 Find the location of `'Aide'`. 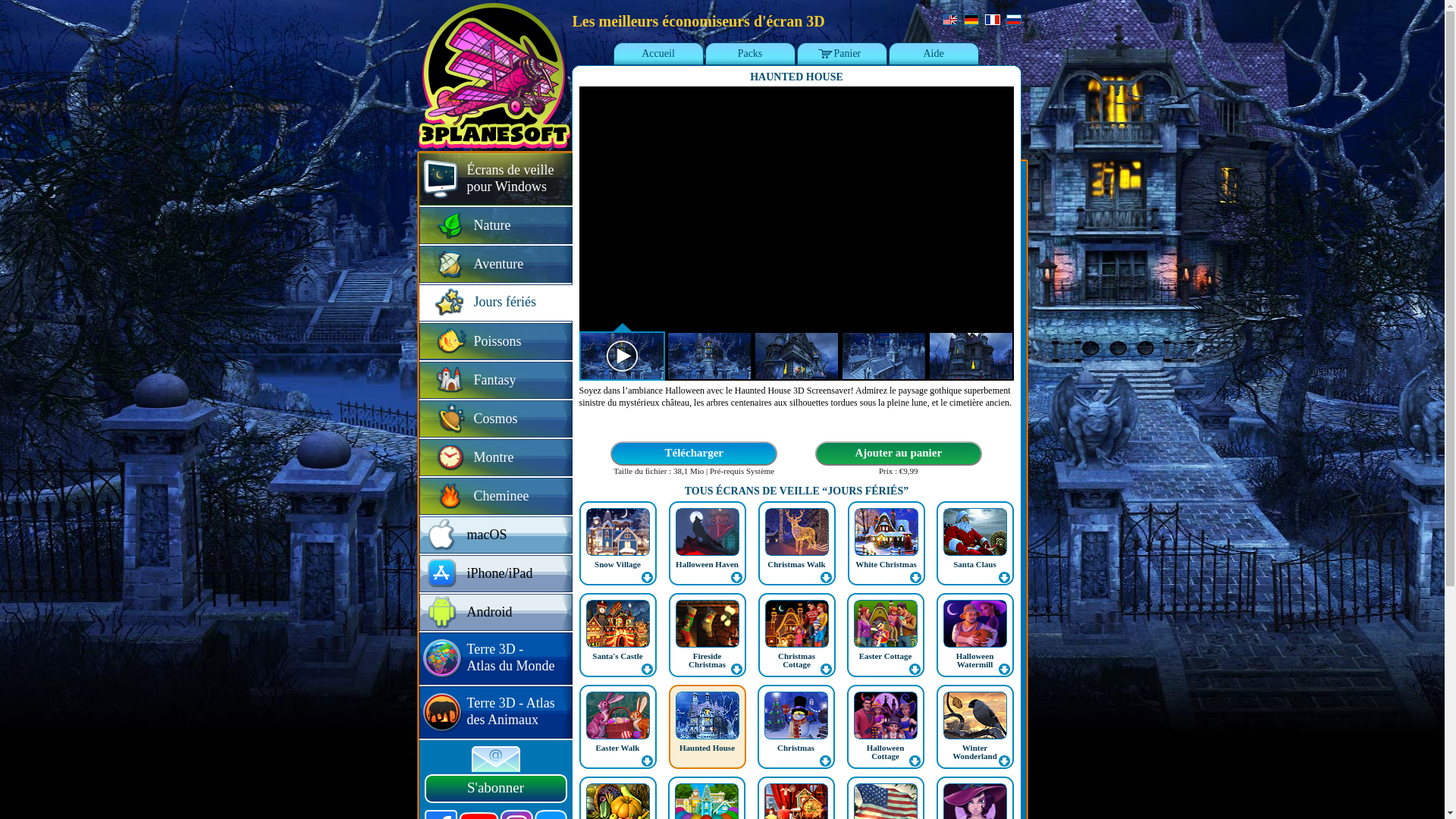

'Aide' is located at coordinates (932, 54).